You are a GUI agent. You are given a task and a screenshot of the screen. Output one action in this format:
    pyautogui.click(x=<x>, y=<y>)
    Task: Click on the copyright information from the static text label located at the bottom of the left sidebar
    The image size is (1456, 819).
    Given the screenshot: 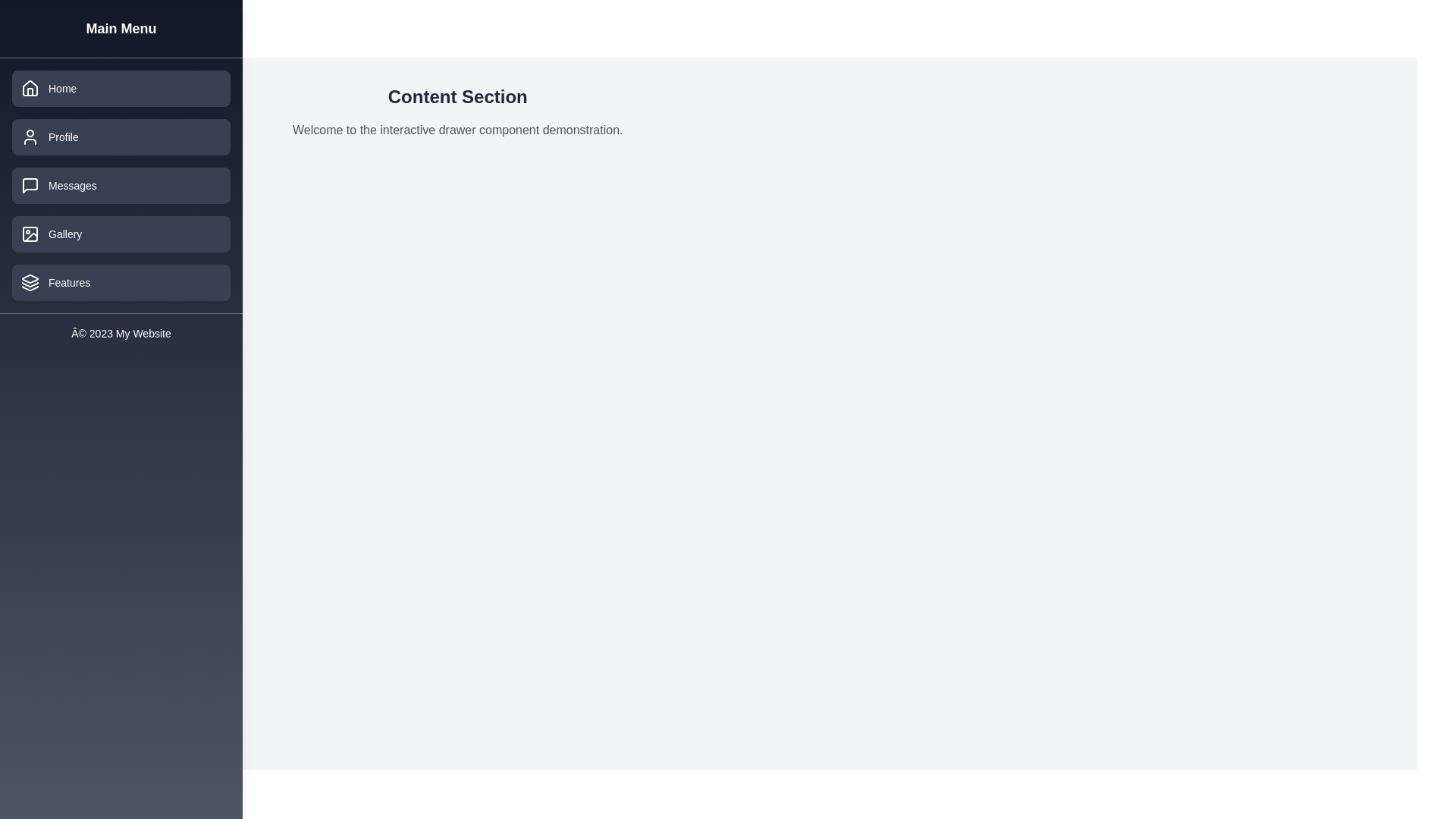 What is the action you would take?
    pyautogui.click(x=120, y=332)
    